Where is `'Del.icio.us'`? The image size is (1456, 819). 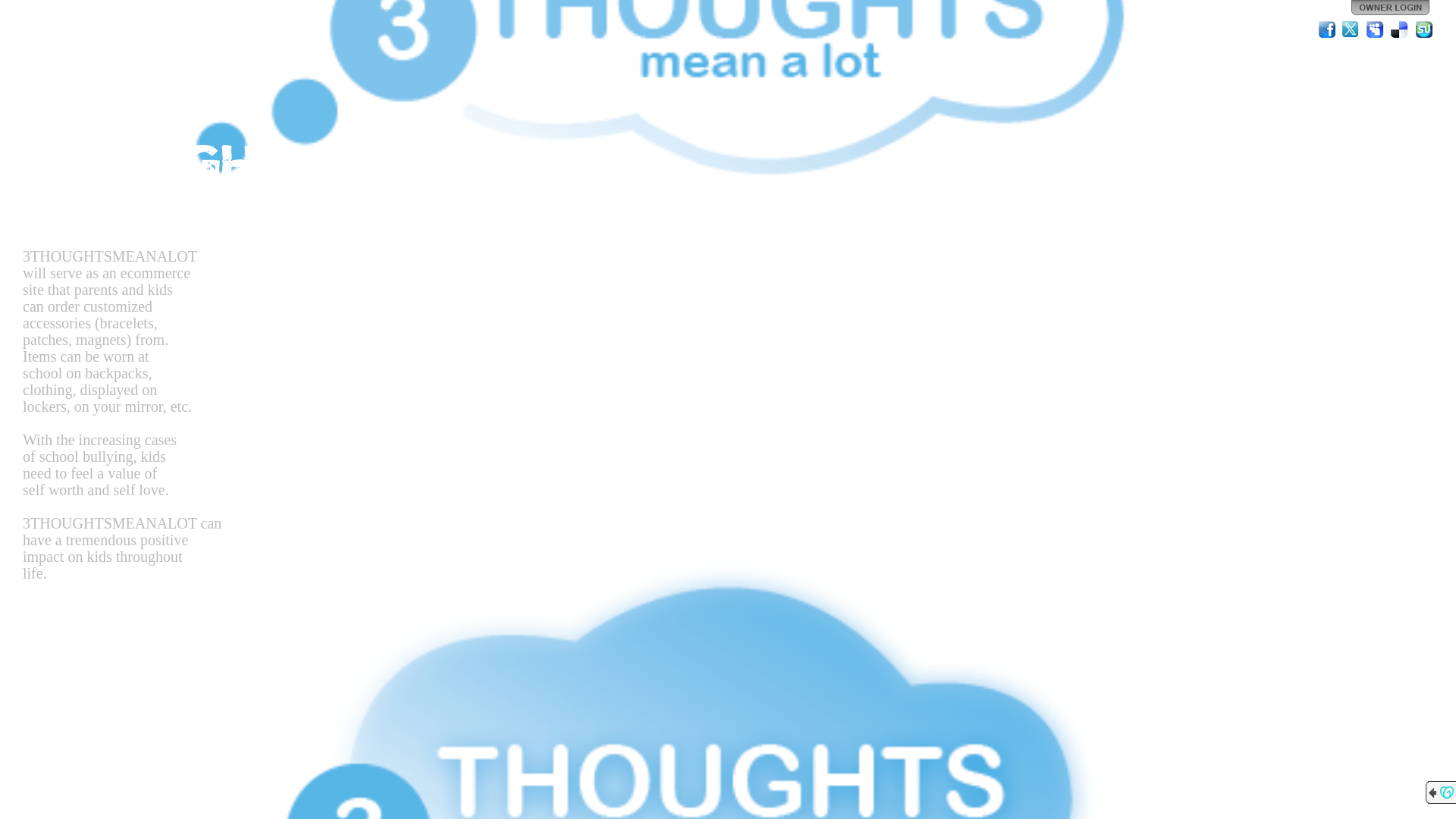
'Del.icio.us' is located at coordinates (1399, 29).